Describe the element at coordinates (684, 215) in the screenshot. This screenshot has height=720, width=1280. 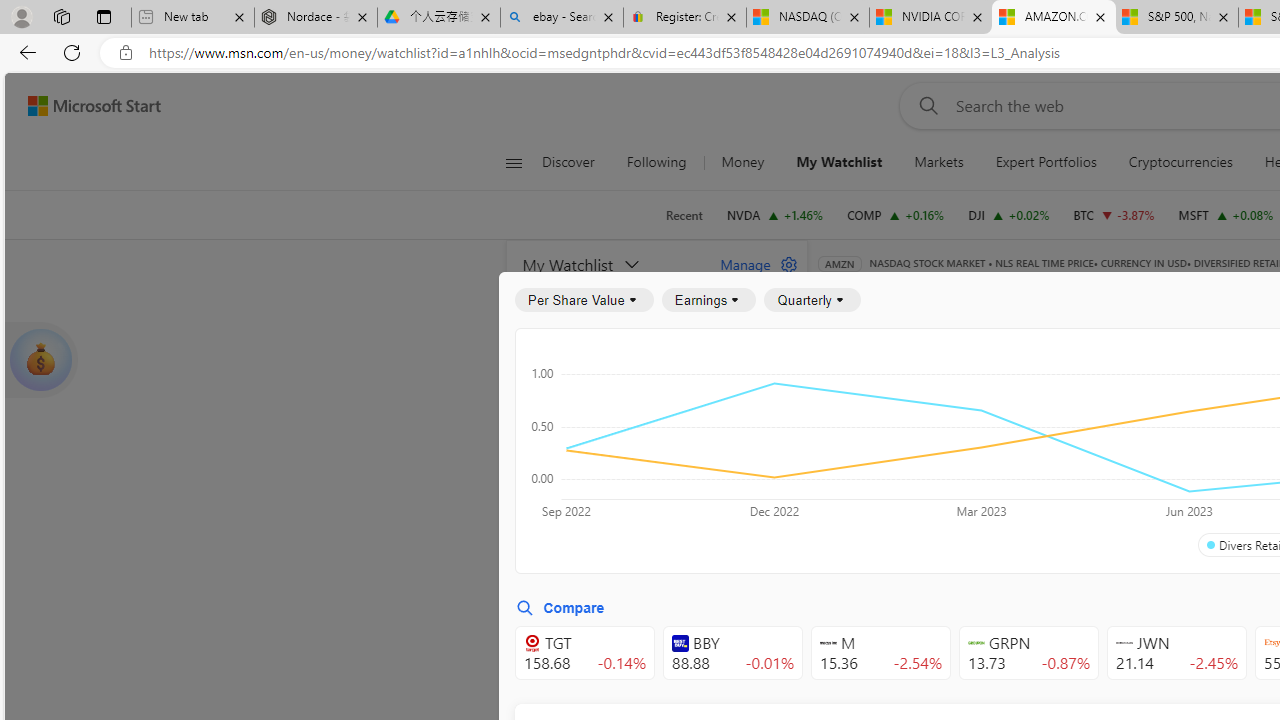
I see `'Recent'` at that location.